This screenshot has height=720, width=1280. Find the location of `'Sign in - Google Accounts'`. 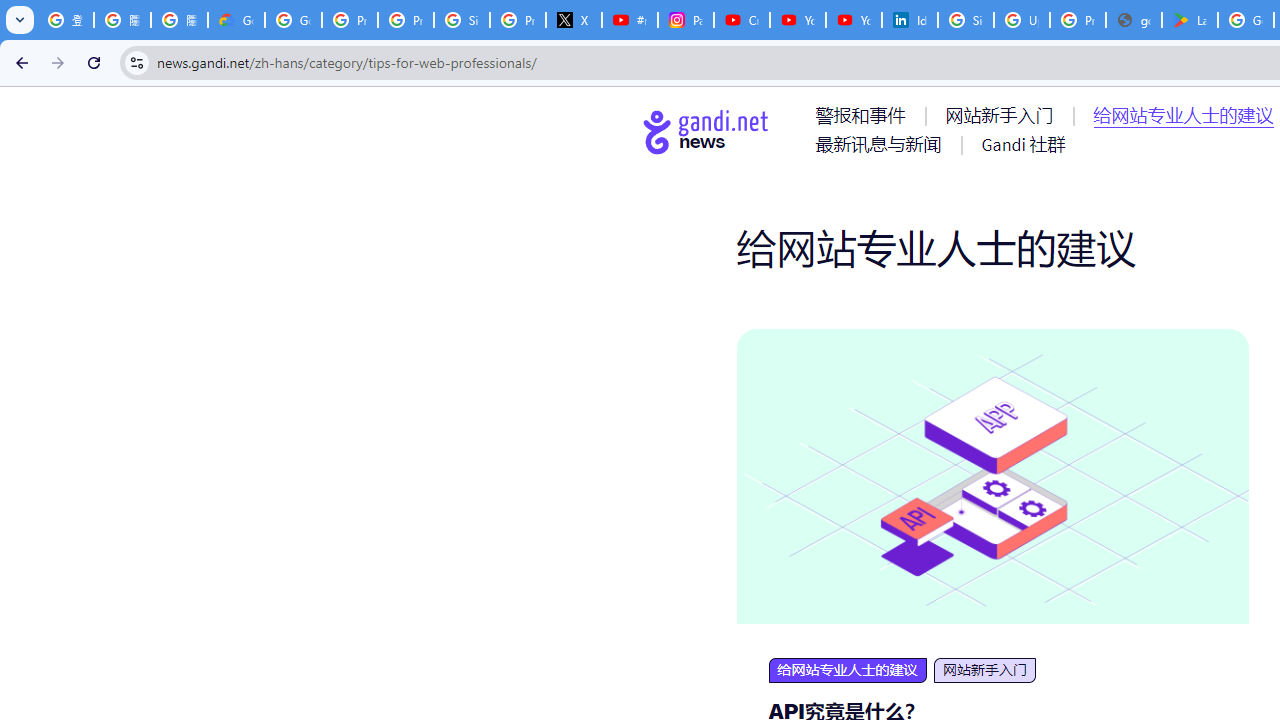

'Sign in - Google Accounts' is located at coordinates (966, 20).